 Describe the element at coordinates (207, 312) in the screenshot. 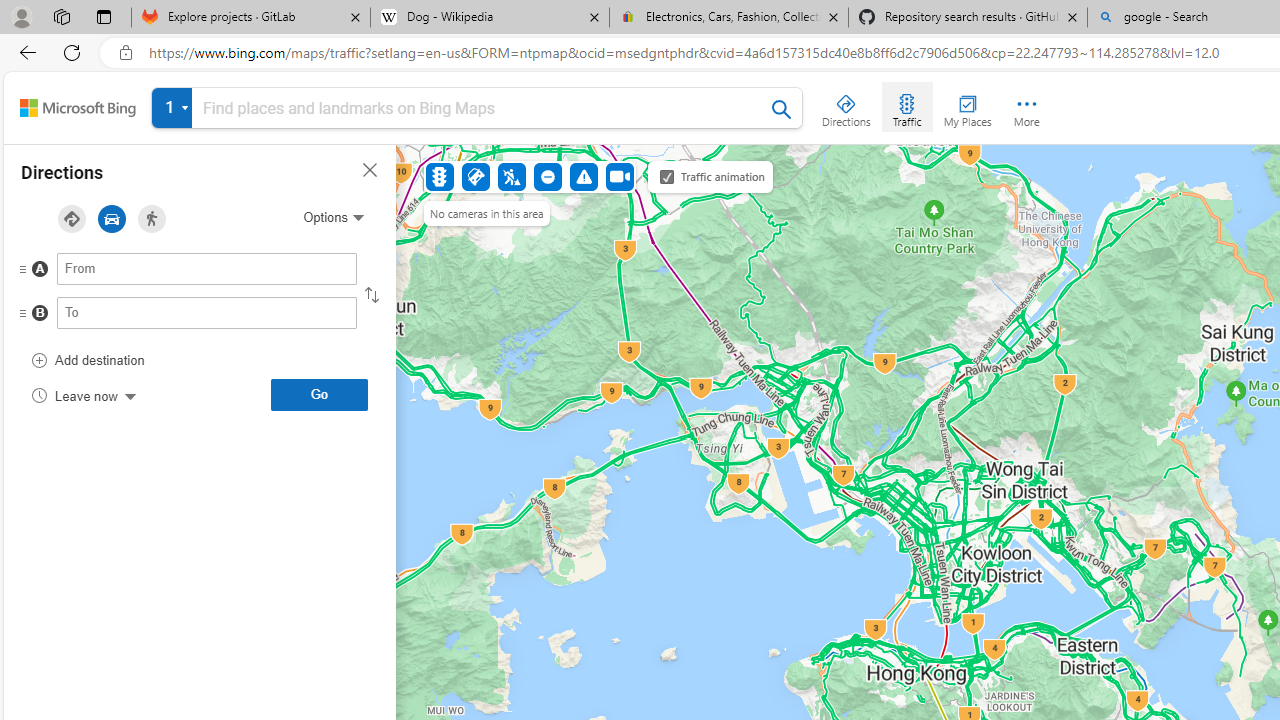

I see `'To'` at that location.